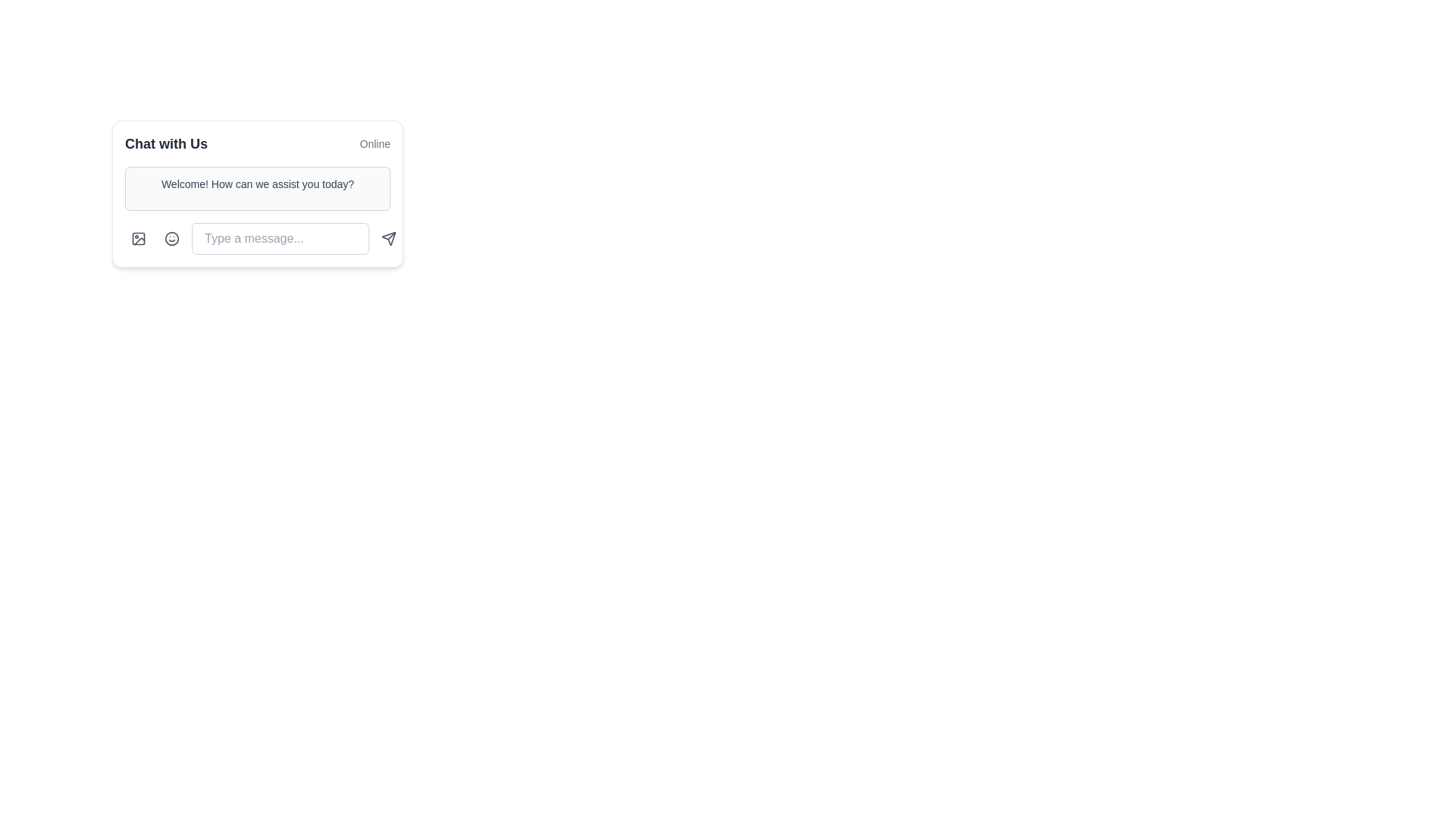 The width and height of the screenshot is (1456, 819). Describe the element at coordinates (280, 239) in the screenshot. I see `the text input field displaying the placeholder 'Type a message...' which is styled as a rounded rectangle with light gray borders, located towards the center of the chat interface` at that location.